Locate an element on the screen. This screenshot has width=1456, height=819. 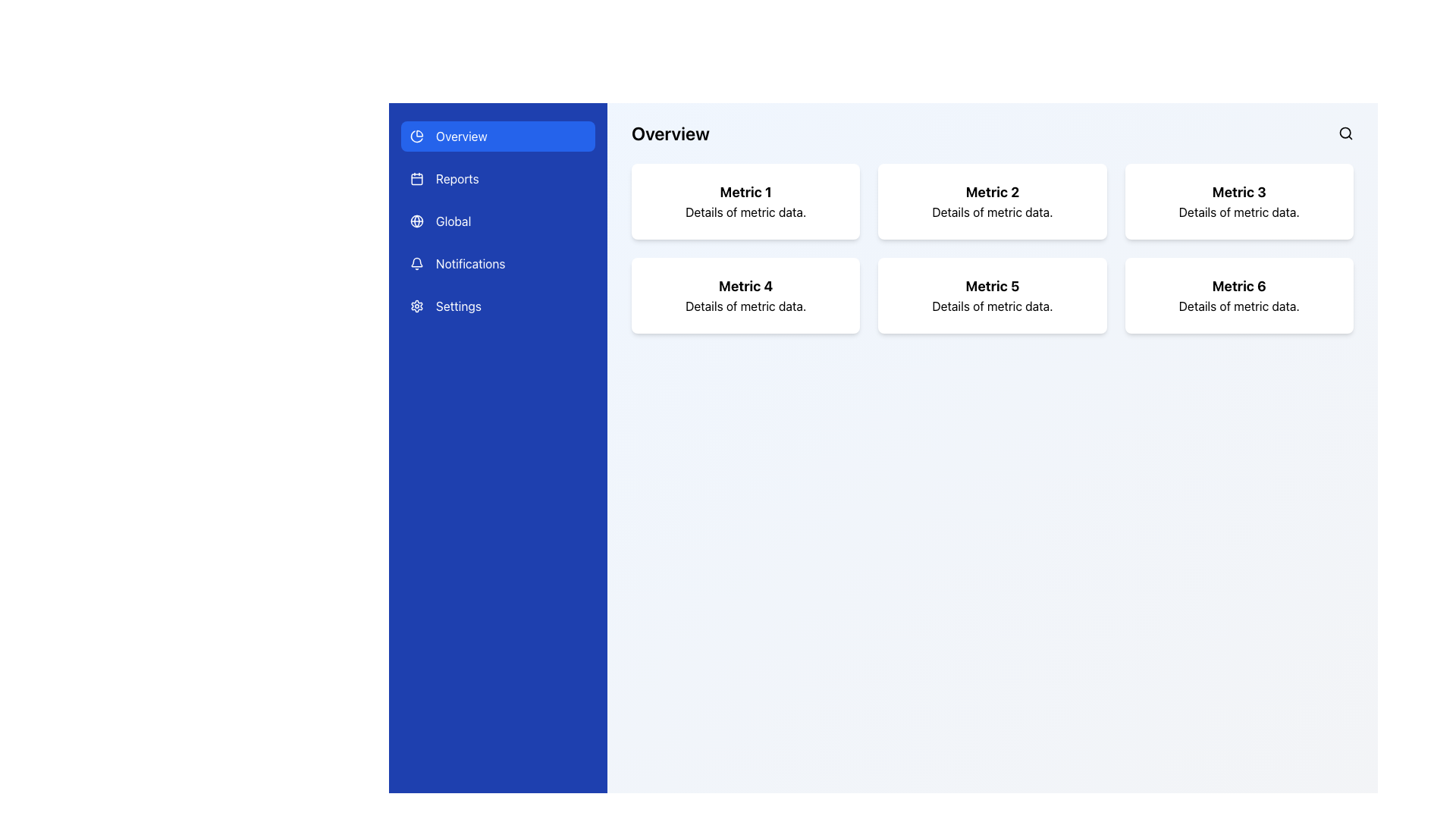
the static informational text label located beneath the title 'Metric 3' in the card positioned in the top-right corner of the grid layout is located at coordinates (1239, 212).